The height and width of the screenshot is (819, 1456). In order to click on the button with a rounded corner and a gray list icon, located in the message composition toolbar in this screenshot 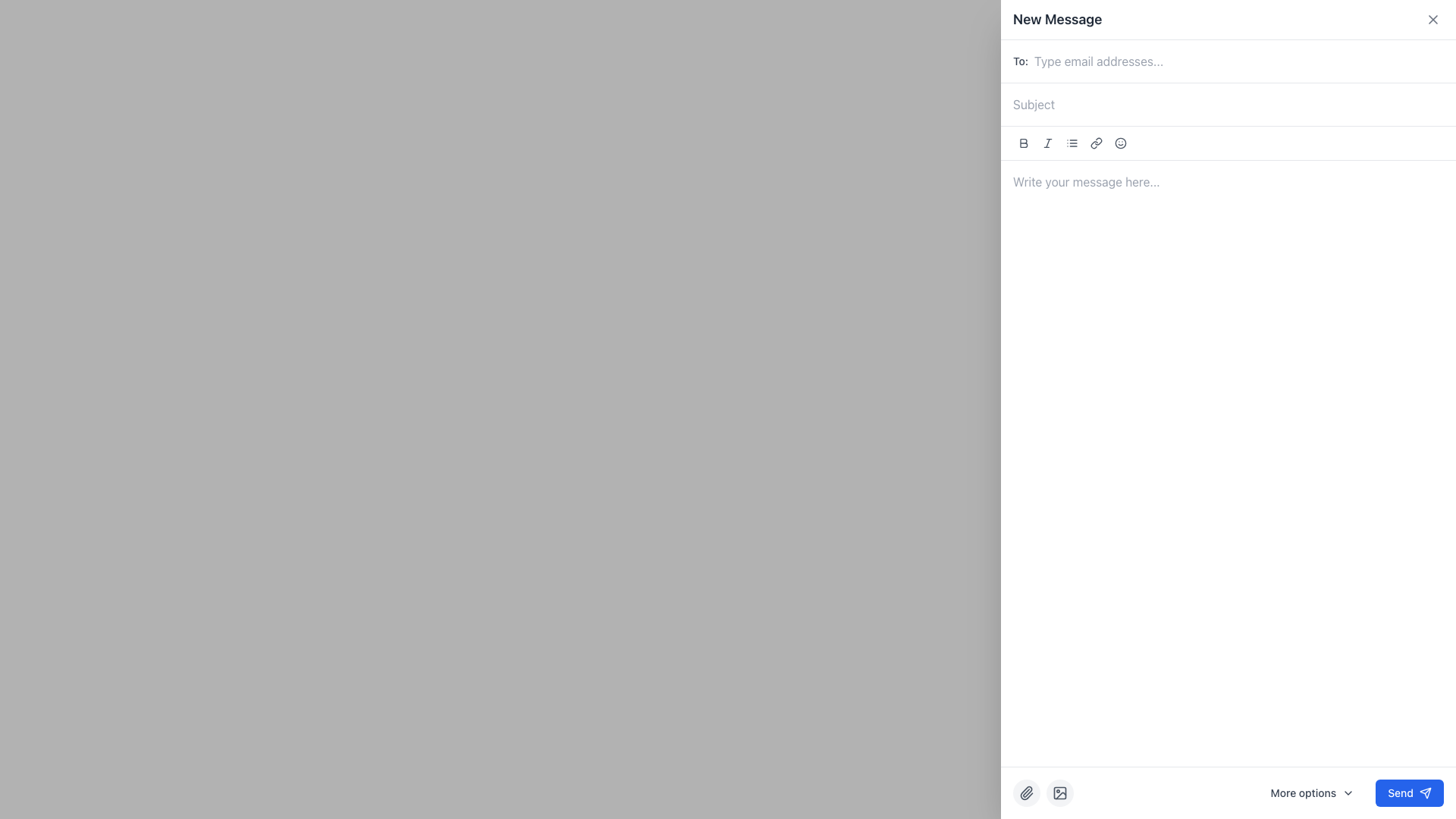, I will do `click(1072, 143)`.